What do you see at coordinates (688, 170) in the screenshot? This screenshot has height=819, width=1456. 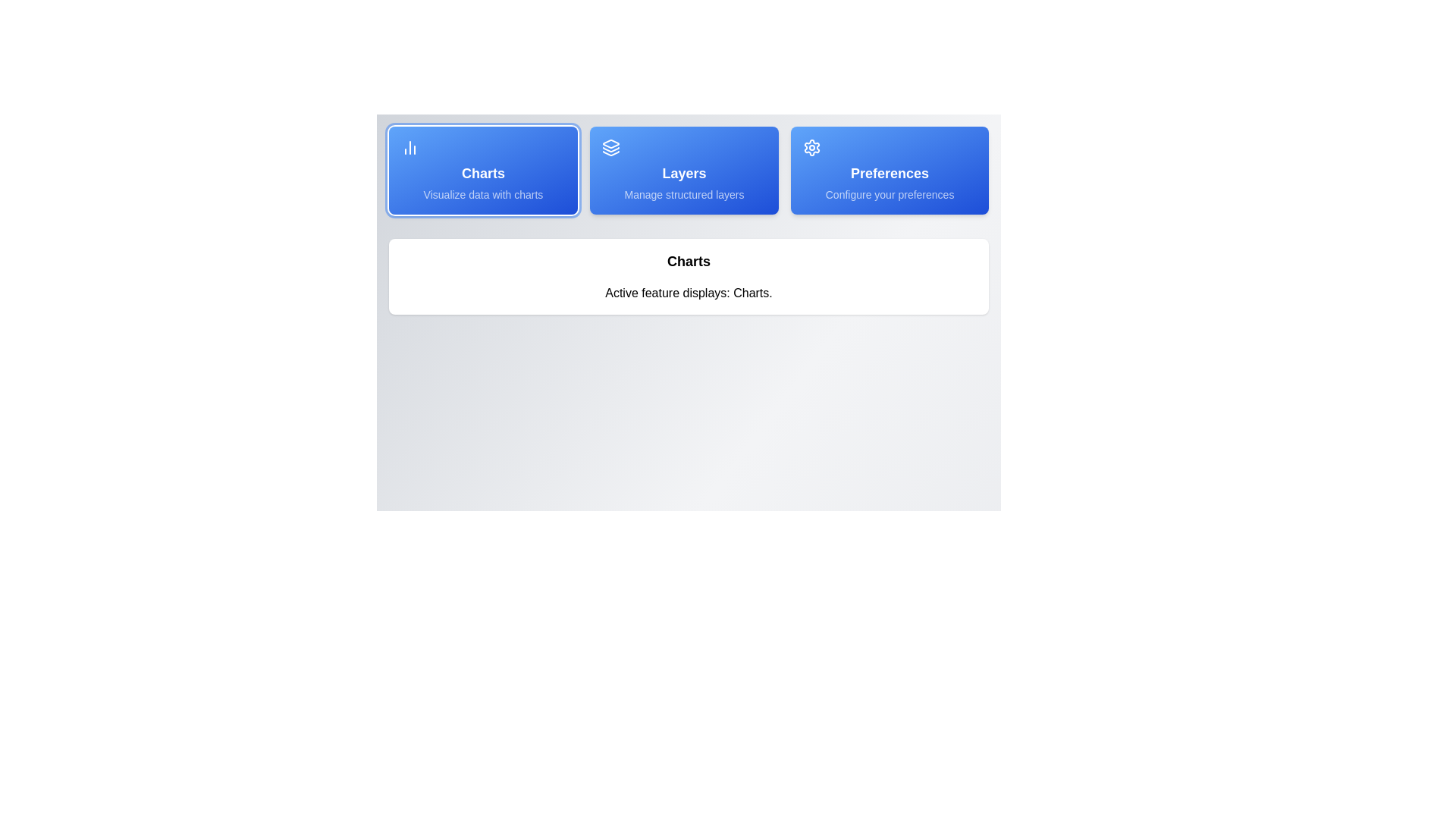 I see `the Interactive navigation panel` at bounding box center [688, 170].